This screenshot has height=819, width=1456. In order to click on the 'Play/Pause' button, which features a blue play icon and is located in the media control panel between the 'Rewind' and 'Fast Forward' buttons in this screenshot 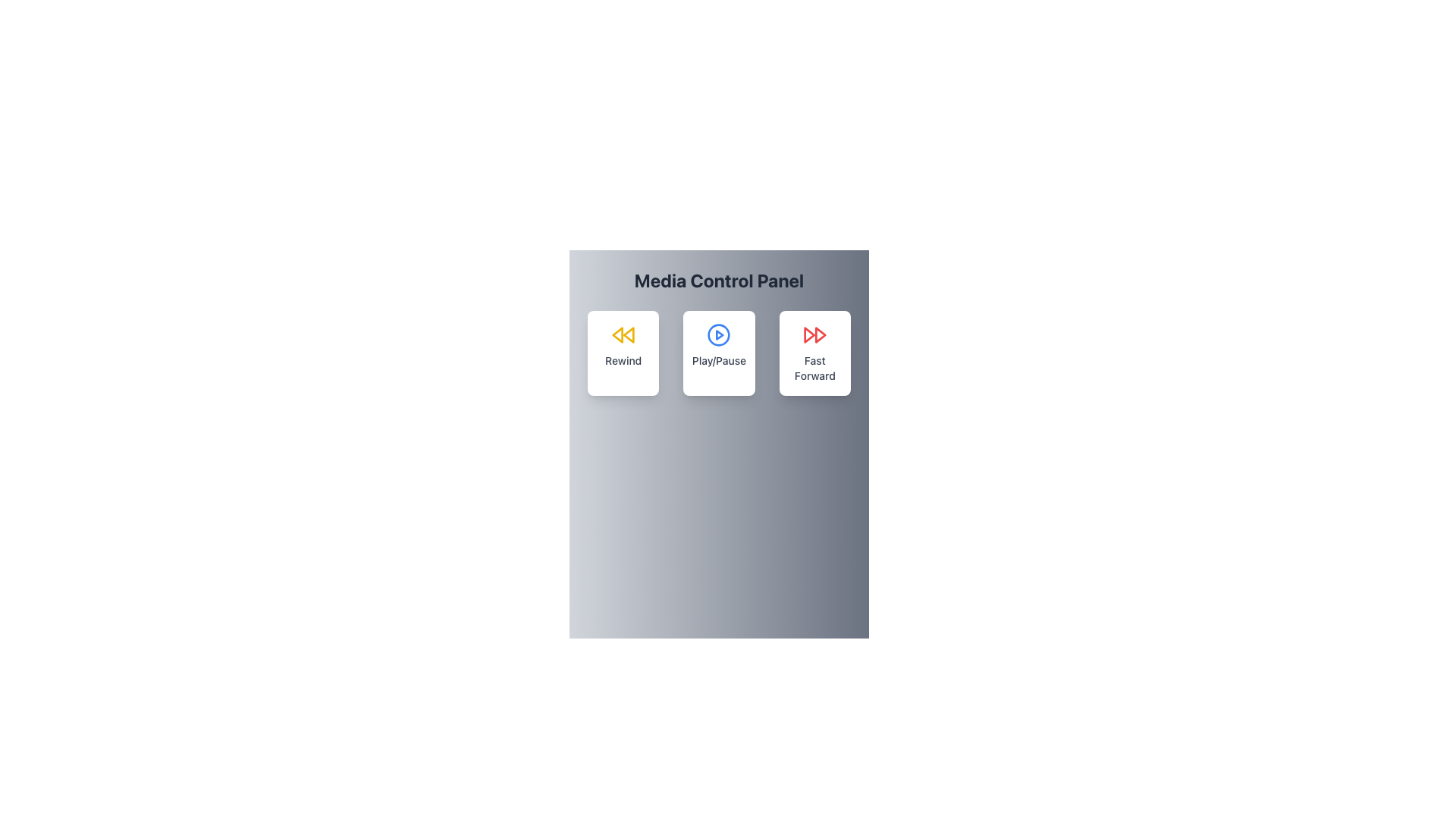, I will do `click(718, 353)`.